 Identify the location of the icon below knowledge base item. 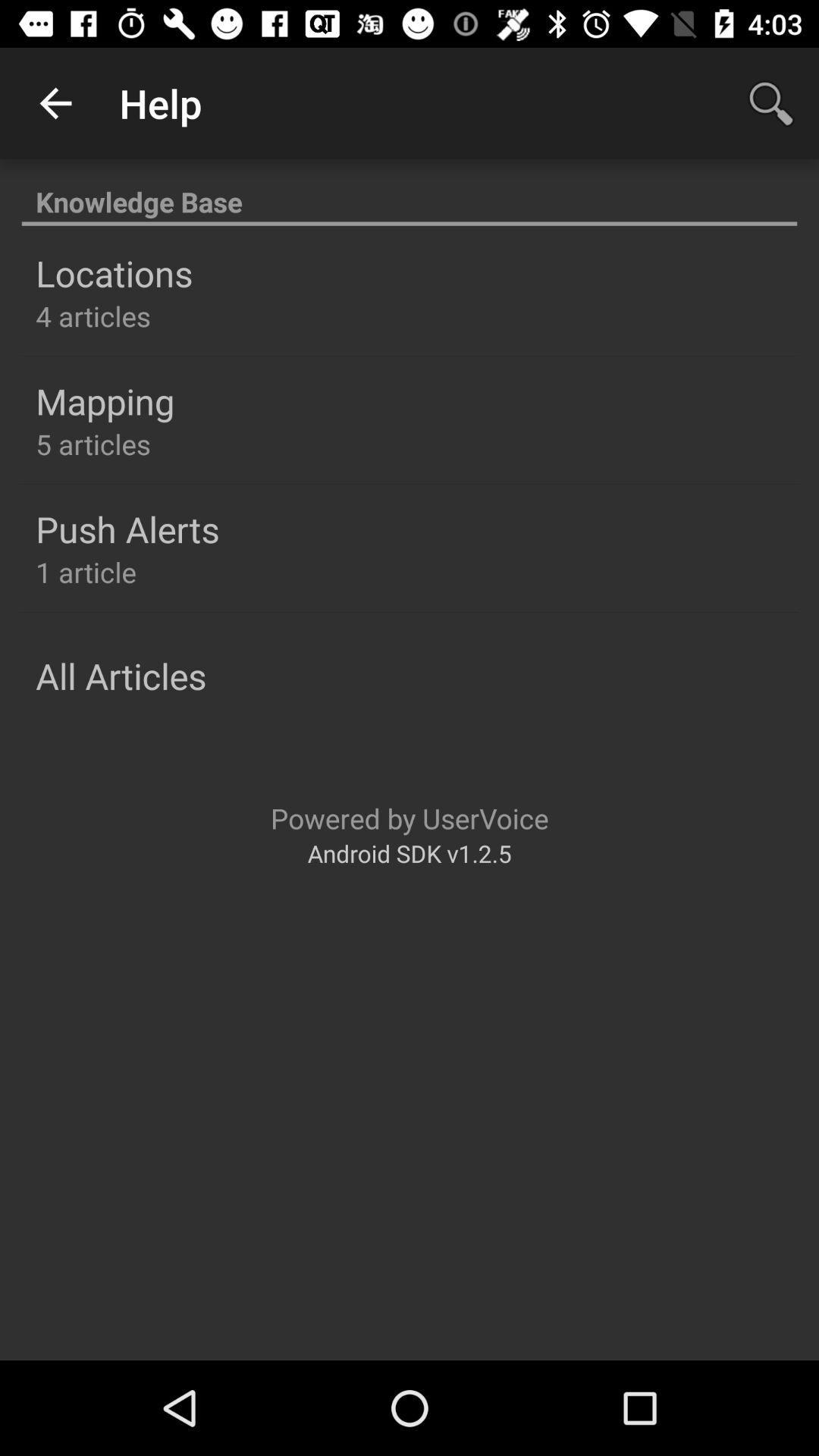
(113, 273).